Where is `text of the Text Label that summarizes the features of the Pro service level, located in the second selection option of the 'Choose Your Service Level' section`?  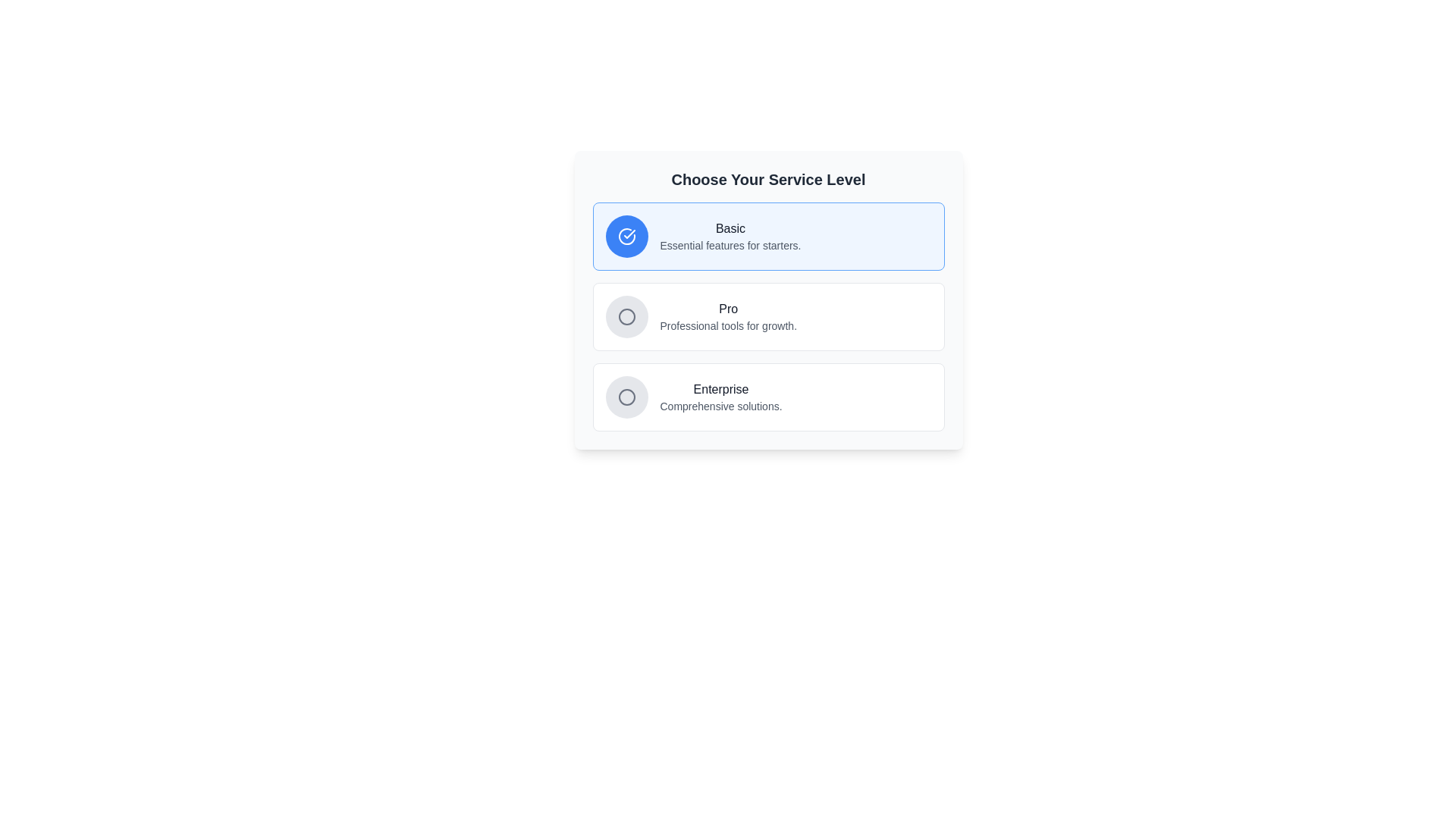
text of the Text Label that summarizes the features of the Pro service level, located in the second selection option of the 'Choose Your Service Level' section is located at coordinates (728, 309).